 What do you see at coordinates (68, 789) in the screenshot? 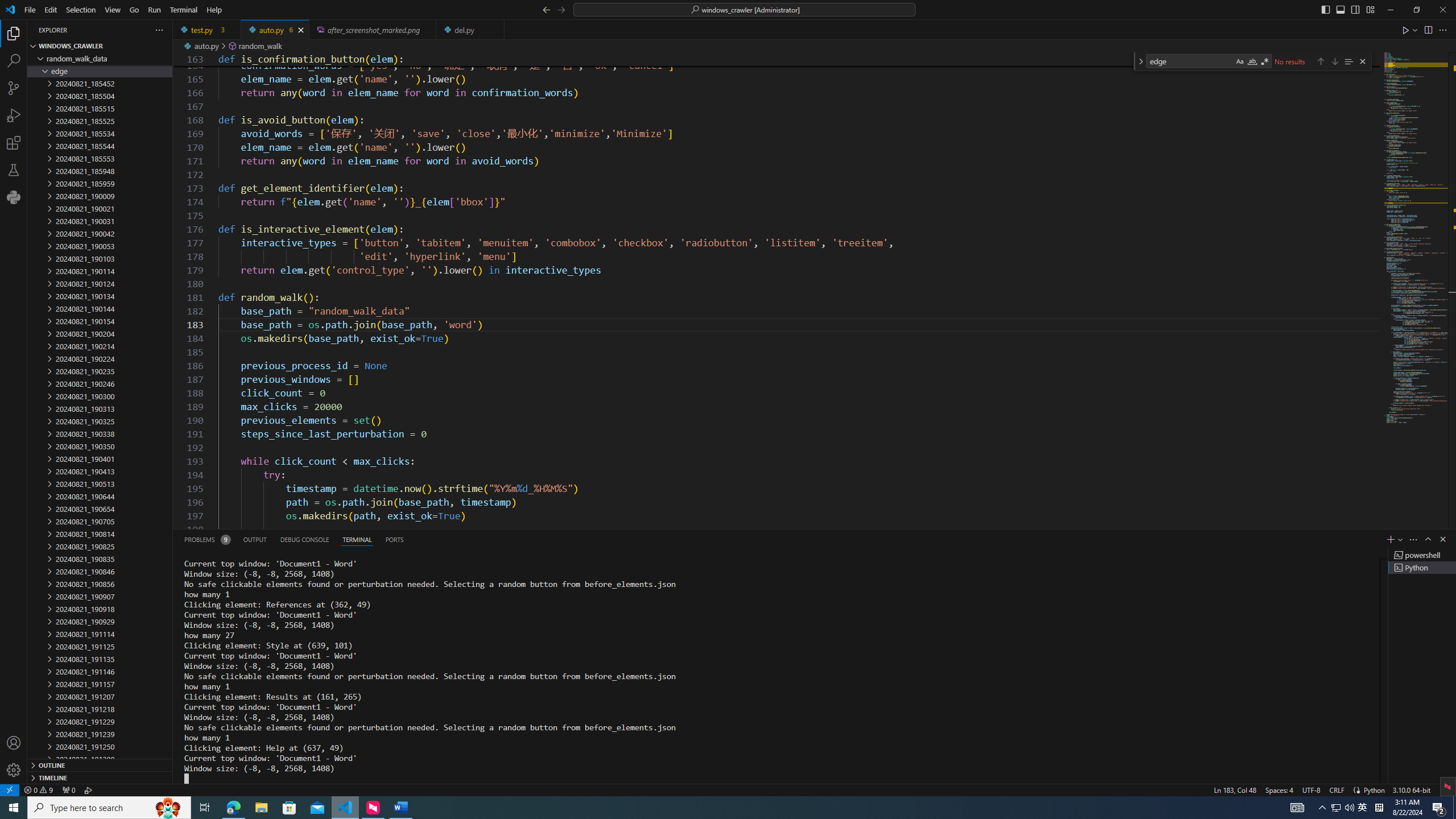
I see `'No Ports Forwarded'` at bounding box center [68, 789].